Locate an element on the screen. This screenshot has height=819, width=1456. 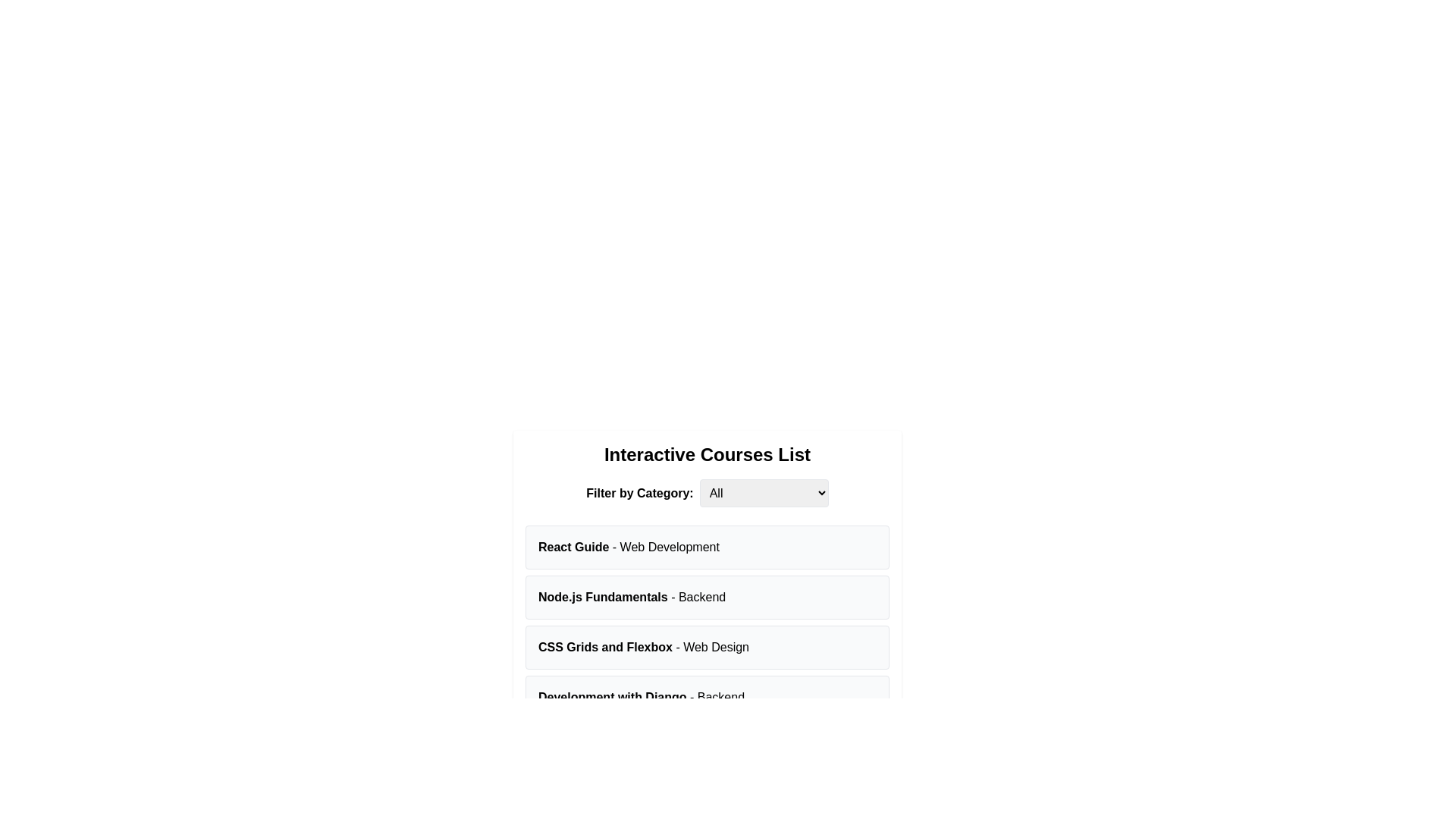
the third item in the 'Interactive Courses List', which is a rectangular block styled with a gray background and contains course titles and descriptions is located at coordinates (706, 623).